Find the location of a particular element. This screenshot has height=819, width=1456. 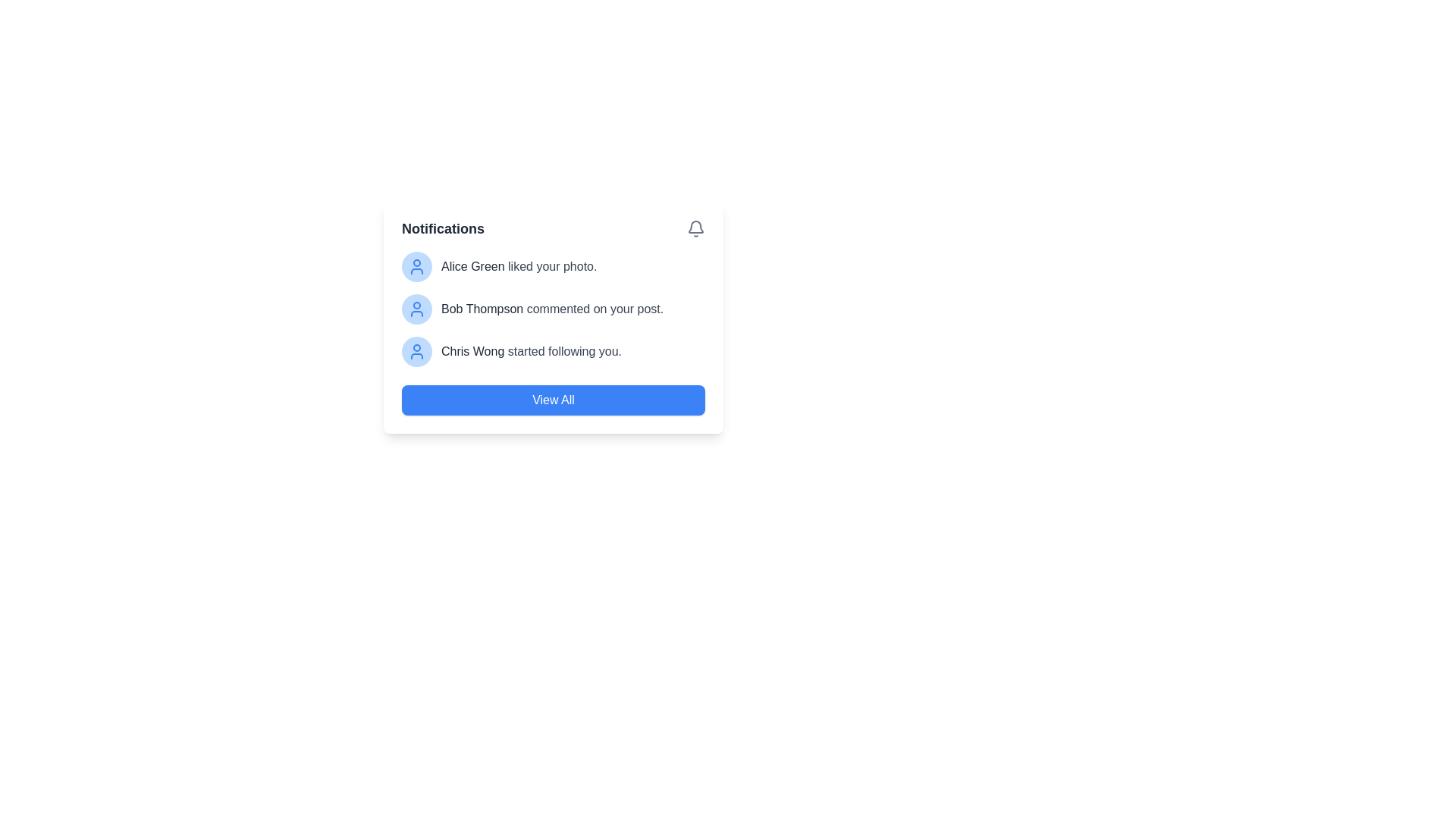

the notification item indicating that Bob Thompson has commented on the user's post is located at coordinates (552, 309).